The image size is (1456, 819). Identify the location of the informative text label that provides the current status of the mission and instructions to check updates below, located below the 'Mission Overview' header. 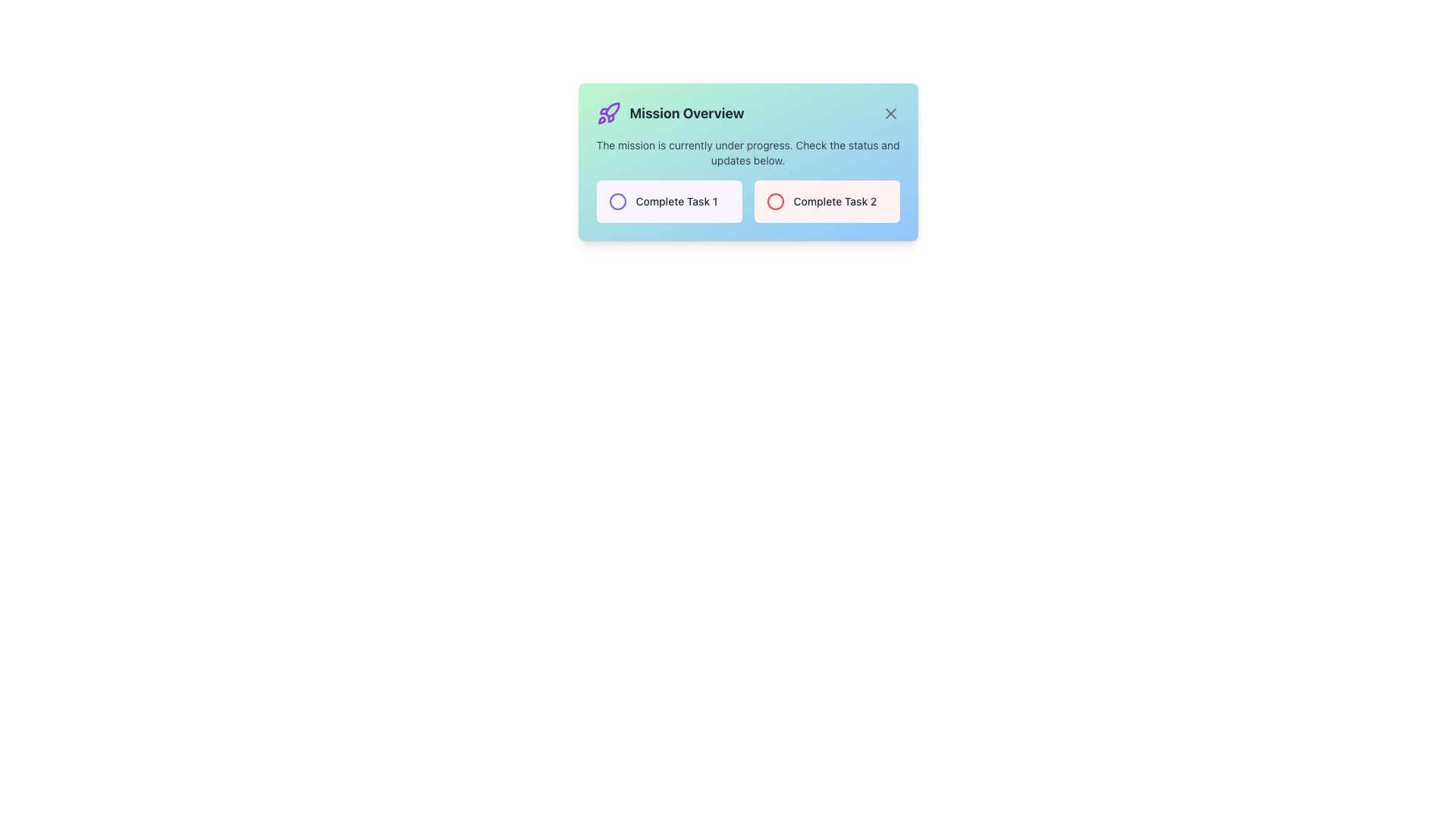
(748, 152).